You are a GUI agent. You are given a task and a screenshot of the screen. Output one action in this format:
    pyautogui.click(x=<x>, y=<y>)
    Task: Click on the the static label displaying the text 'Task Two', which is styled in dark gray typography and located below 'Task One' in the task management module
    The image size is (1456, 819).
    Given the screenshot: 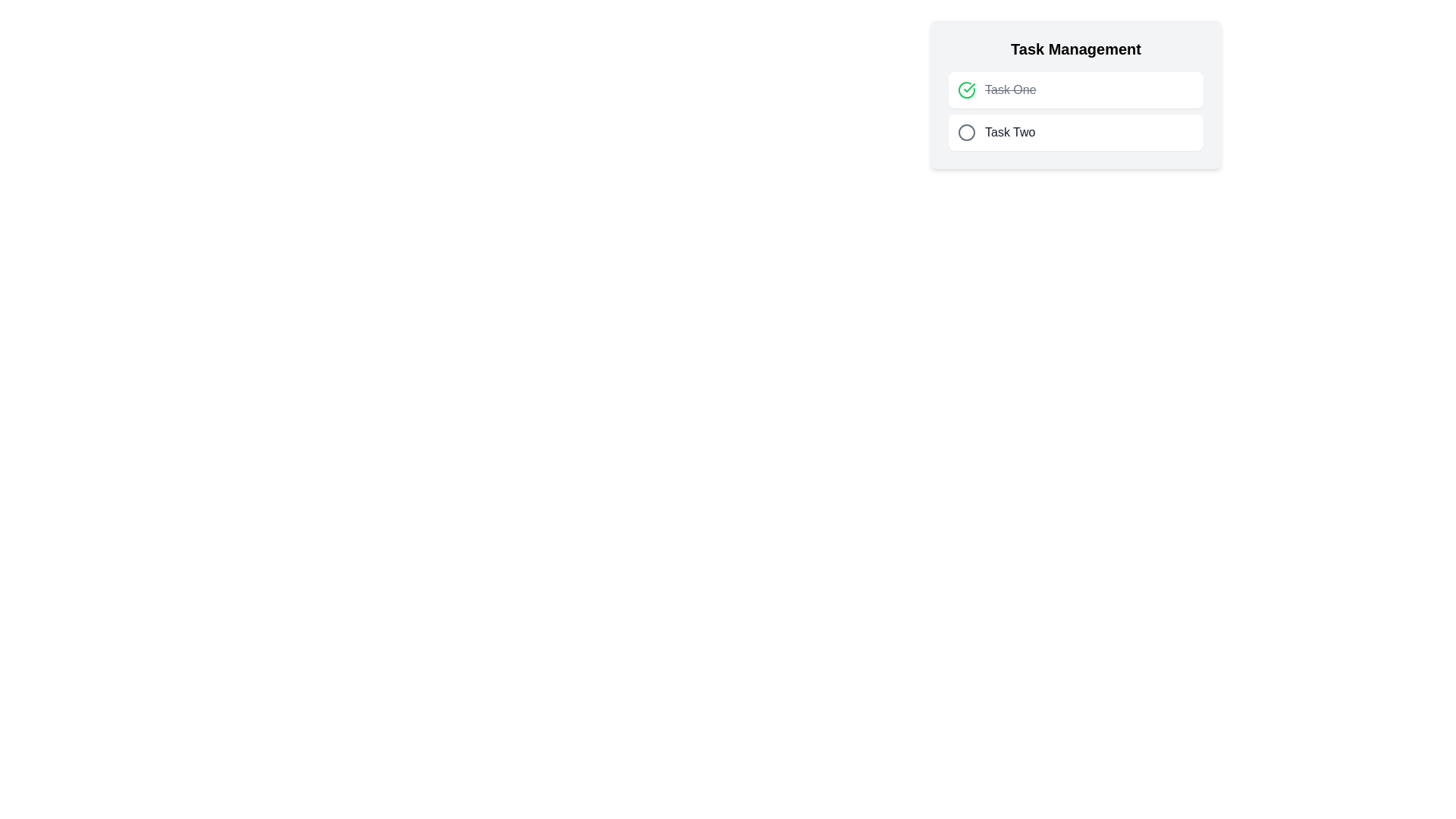 What is the action you would take?
    pyautogui.click(x=1010, y=131)
    